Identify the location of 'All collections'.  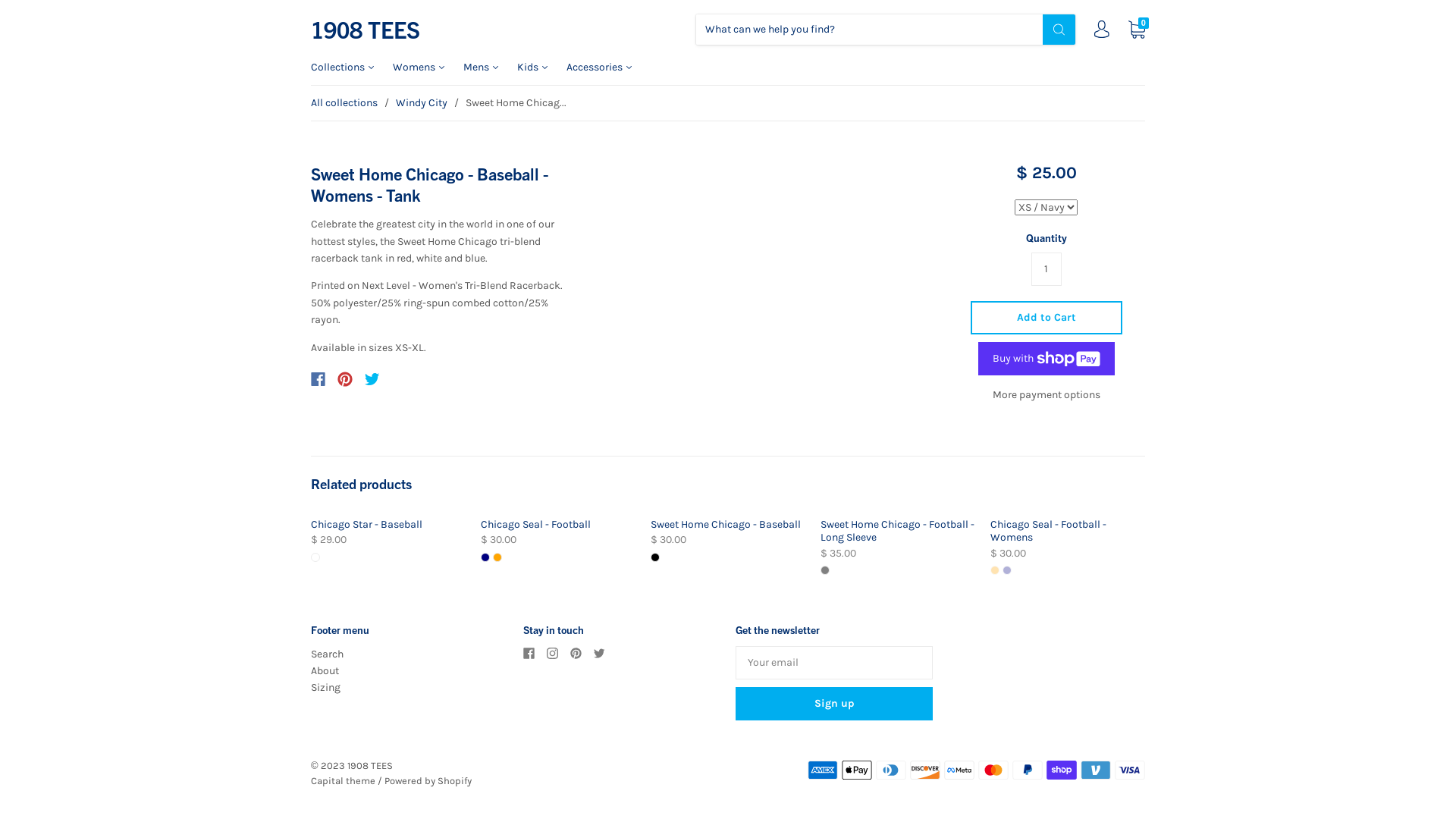
(344, 102).